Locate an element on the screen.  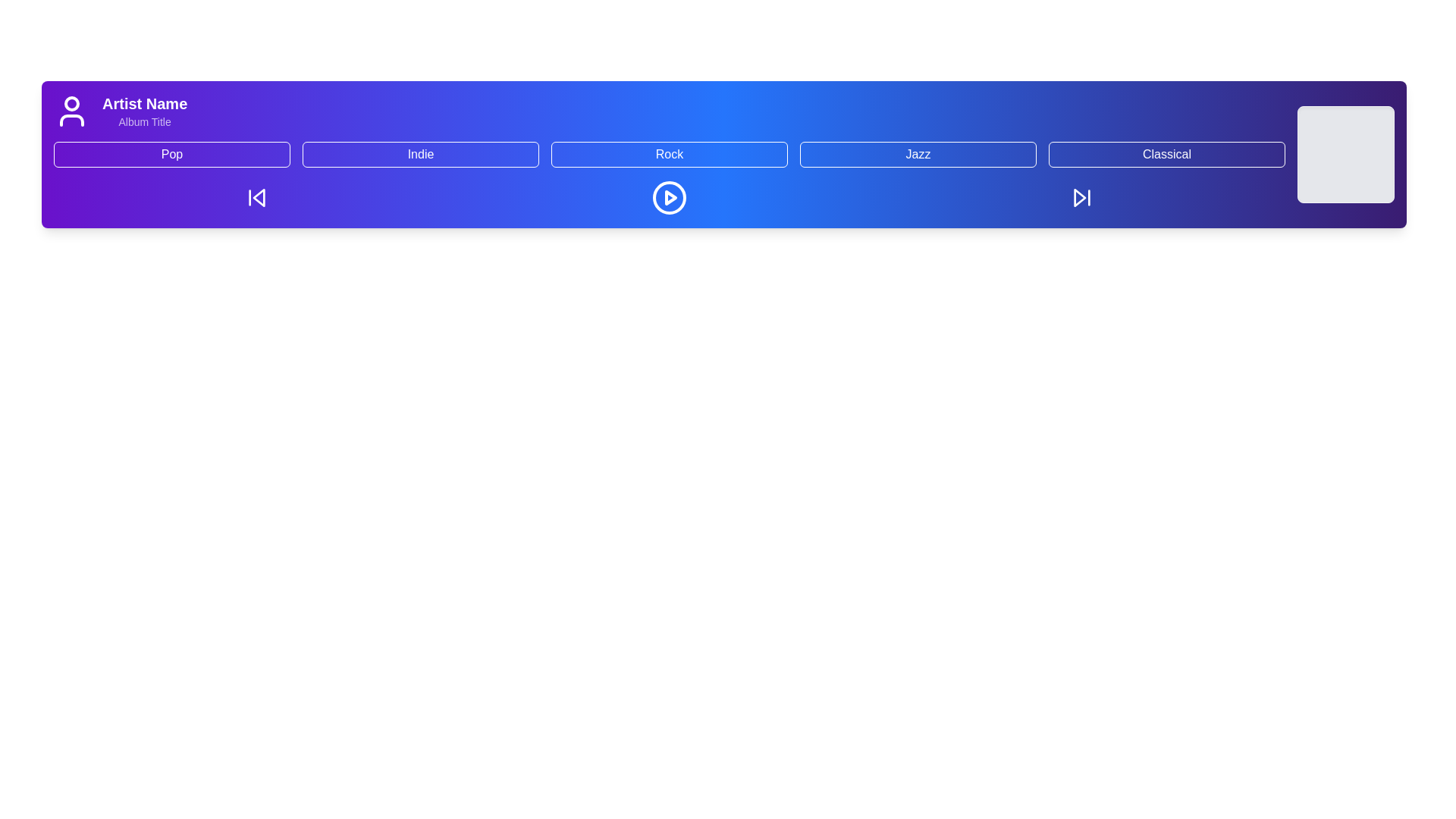
the 'Classical' genre button located at the upper portion of the interface, which is the fifth button in a horizontal row of genre buttons is located at coordinates (1166, 155).